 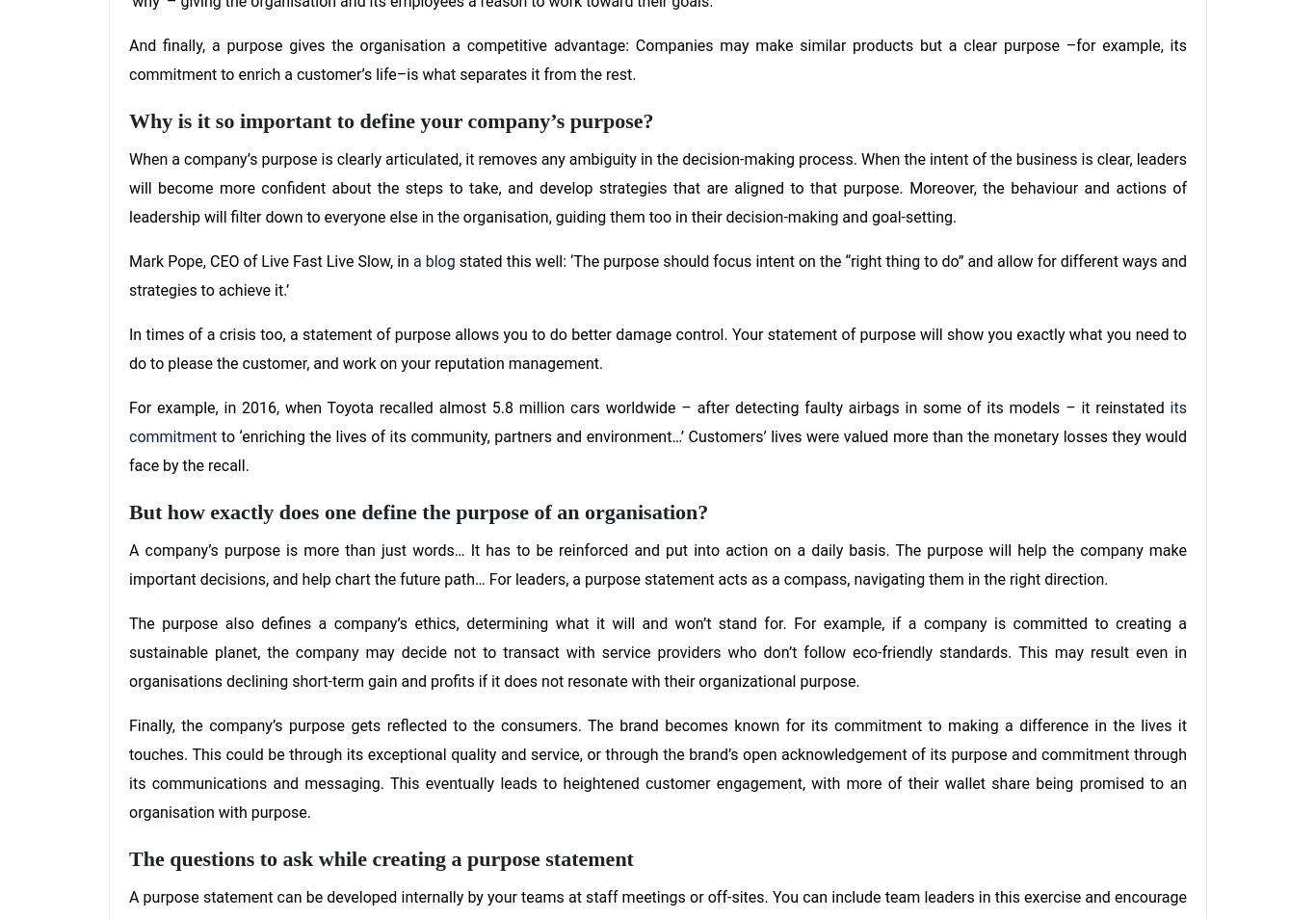 I want to click on 'its commitment', so click(x=658, y=421).